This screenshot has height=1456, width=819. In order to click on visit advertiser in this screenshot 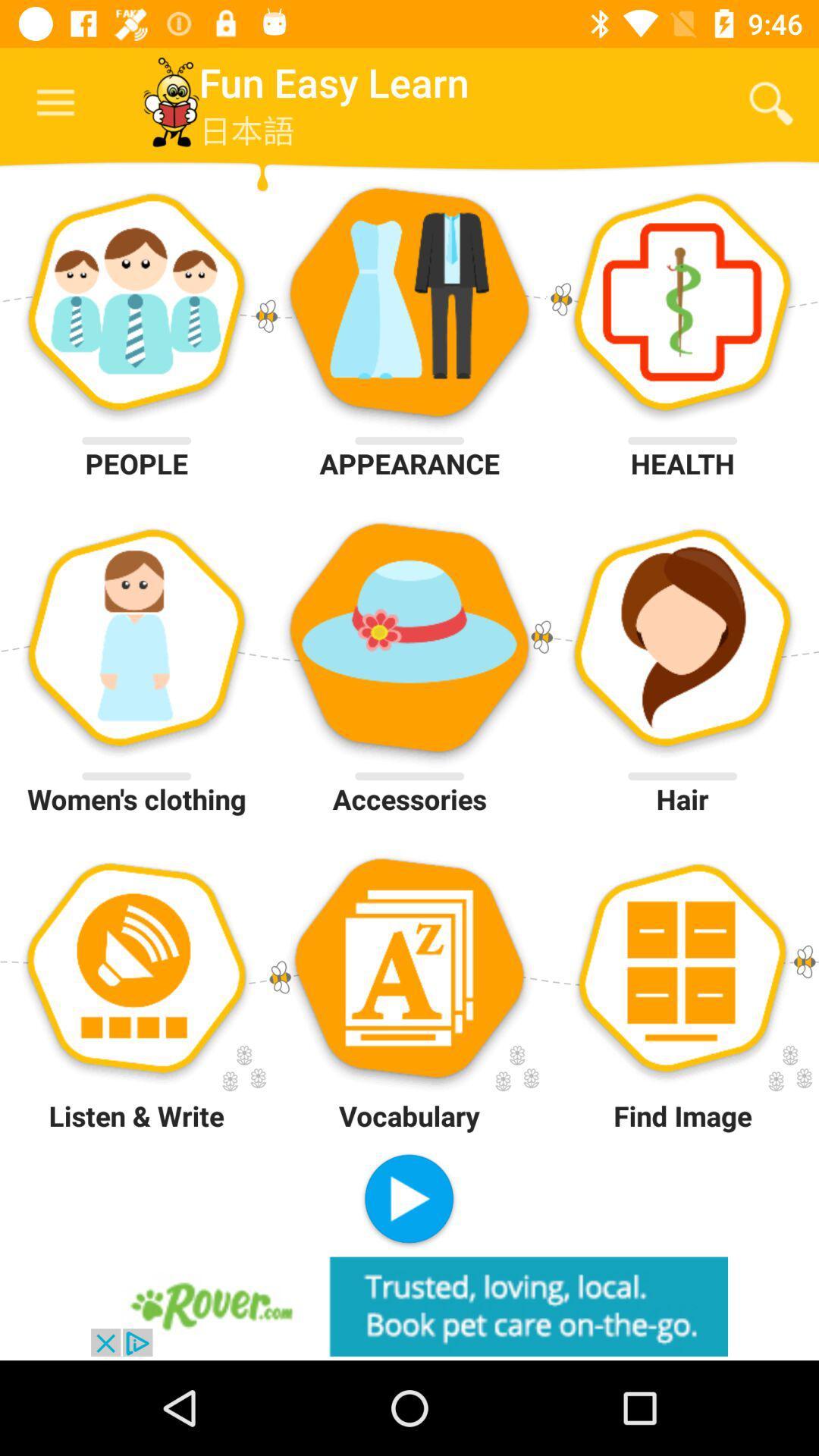, I will do `click(409, 1306)`.